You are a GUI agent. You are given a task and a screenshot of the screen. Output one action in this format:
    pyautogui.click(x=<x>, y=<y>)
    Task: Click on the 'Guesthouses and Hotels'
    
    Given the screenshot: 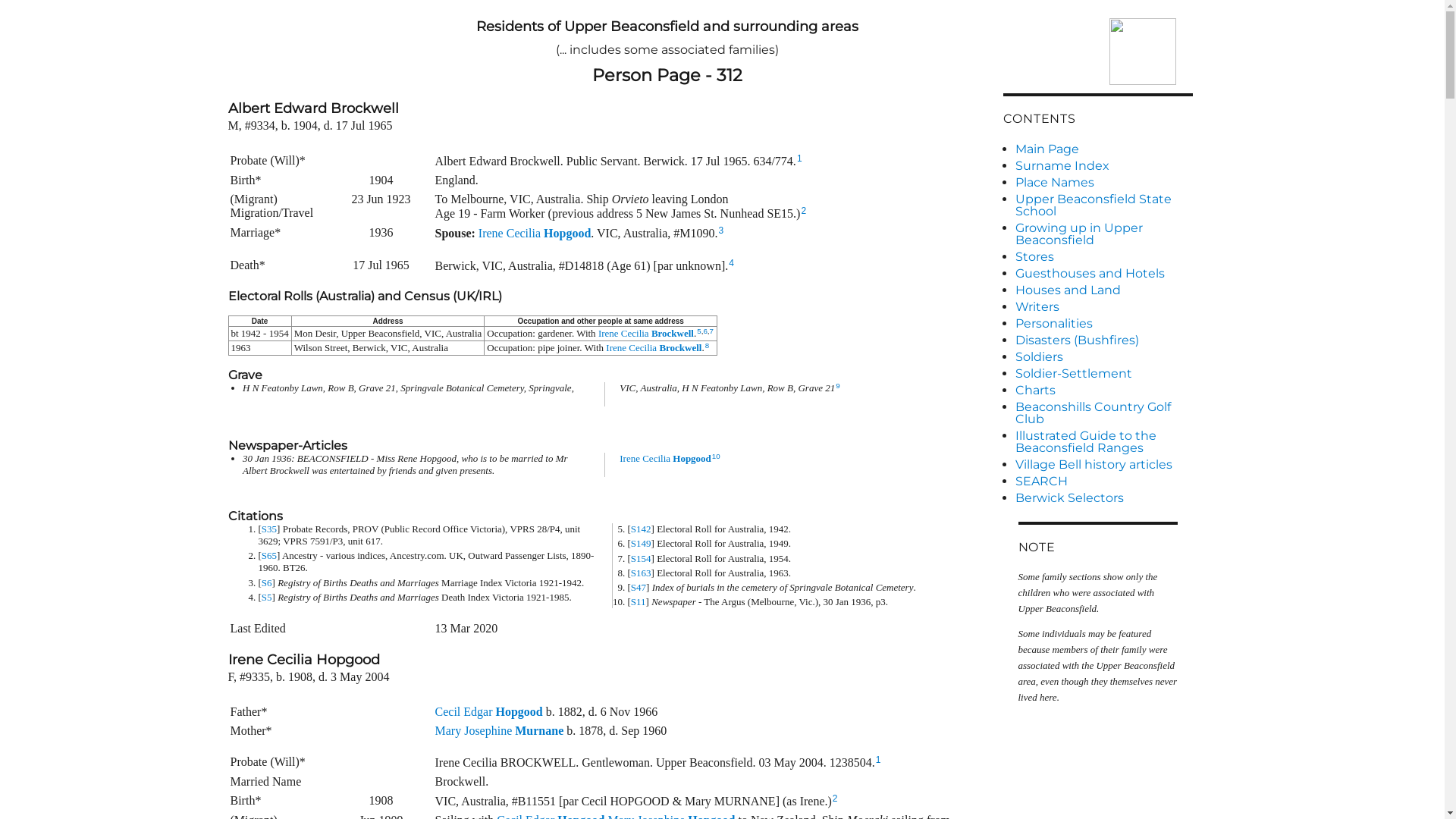 What is the action you would take?
    pyautogui.click(x=1103, y=274)
    